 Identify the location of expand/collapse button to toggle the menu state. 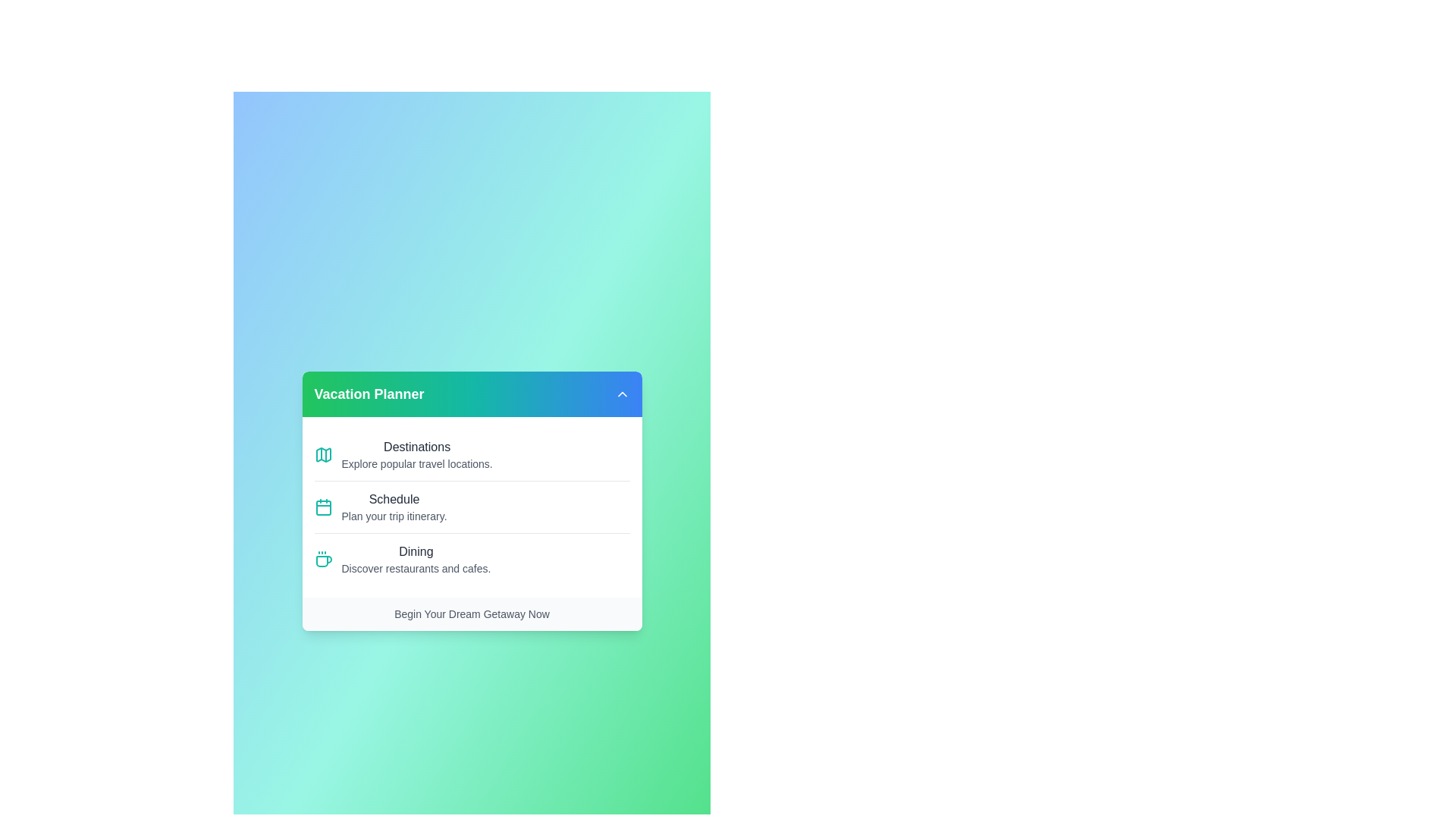
(622, 394).